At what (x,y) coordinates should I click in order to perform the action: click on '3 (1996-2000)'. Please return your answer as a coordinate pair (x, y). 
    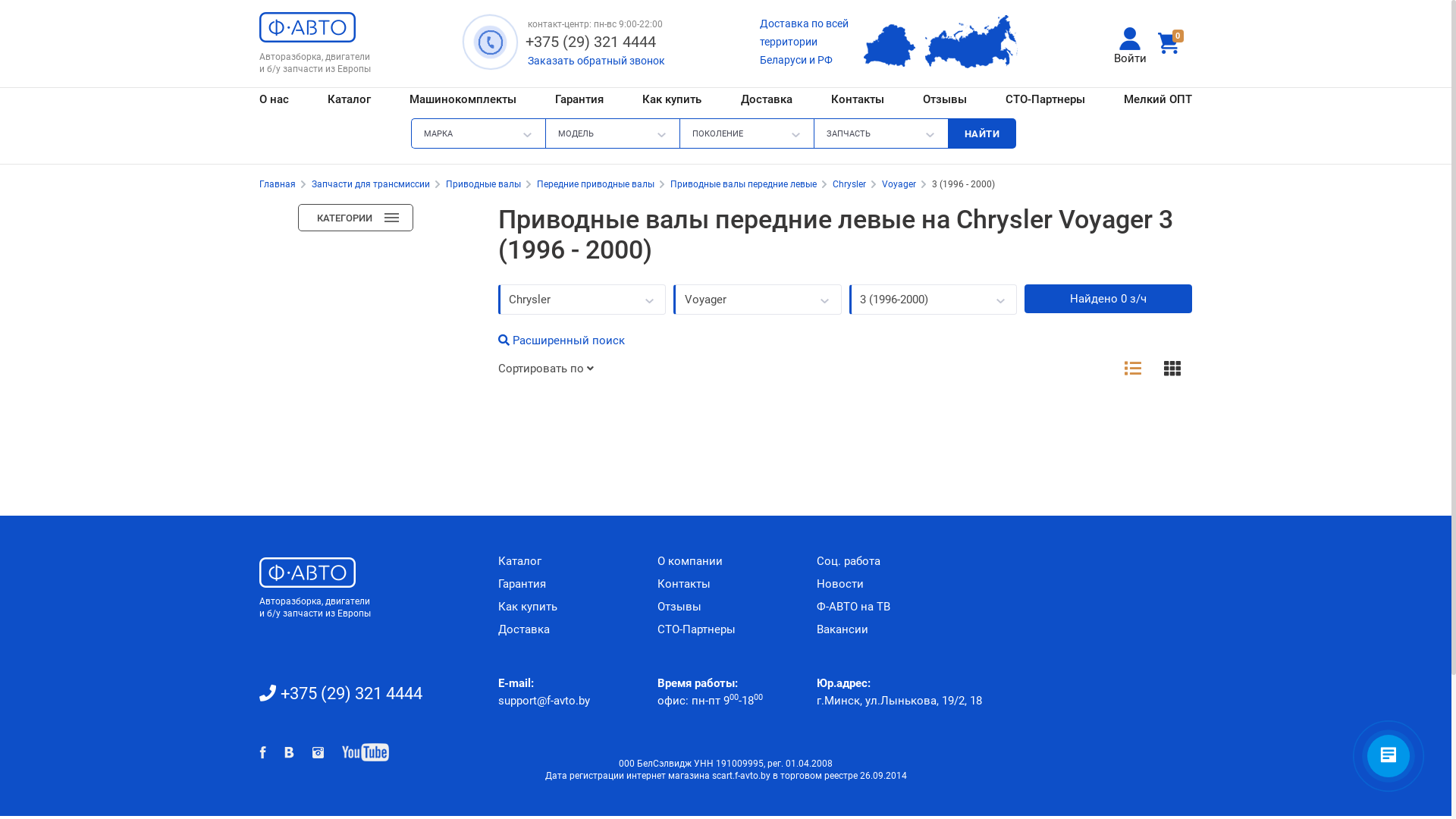
    Looking at the image, I should click on (848, 299).